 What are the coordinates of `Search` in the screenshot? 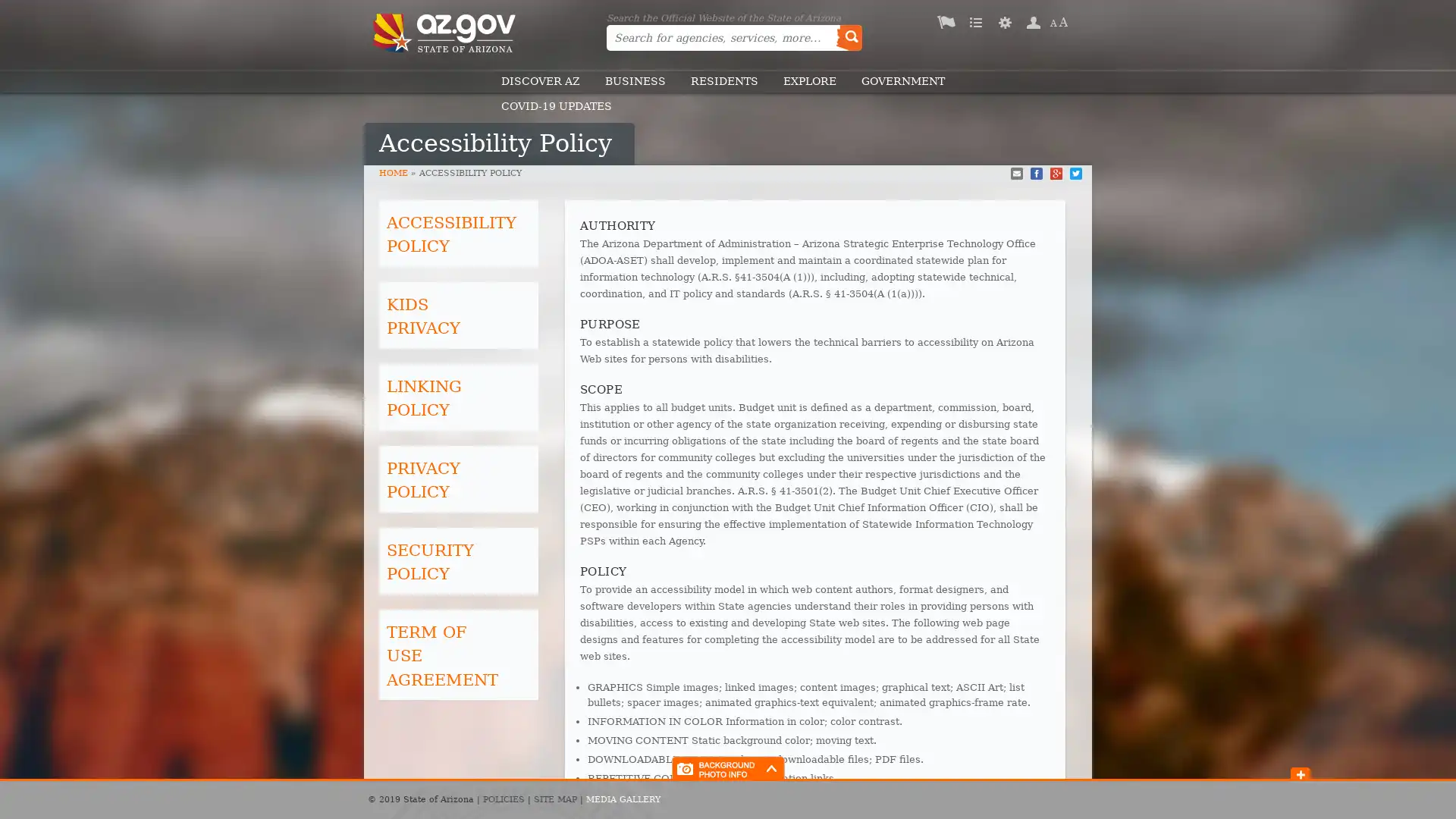 It's located at (848, 37).